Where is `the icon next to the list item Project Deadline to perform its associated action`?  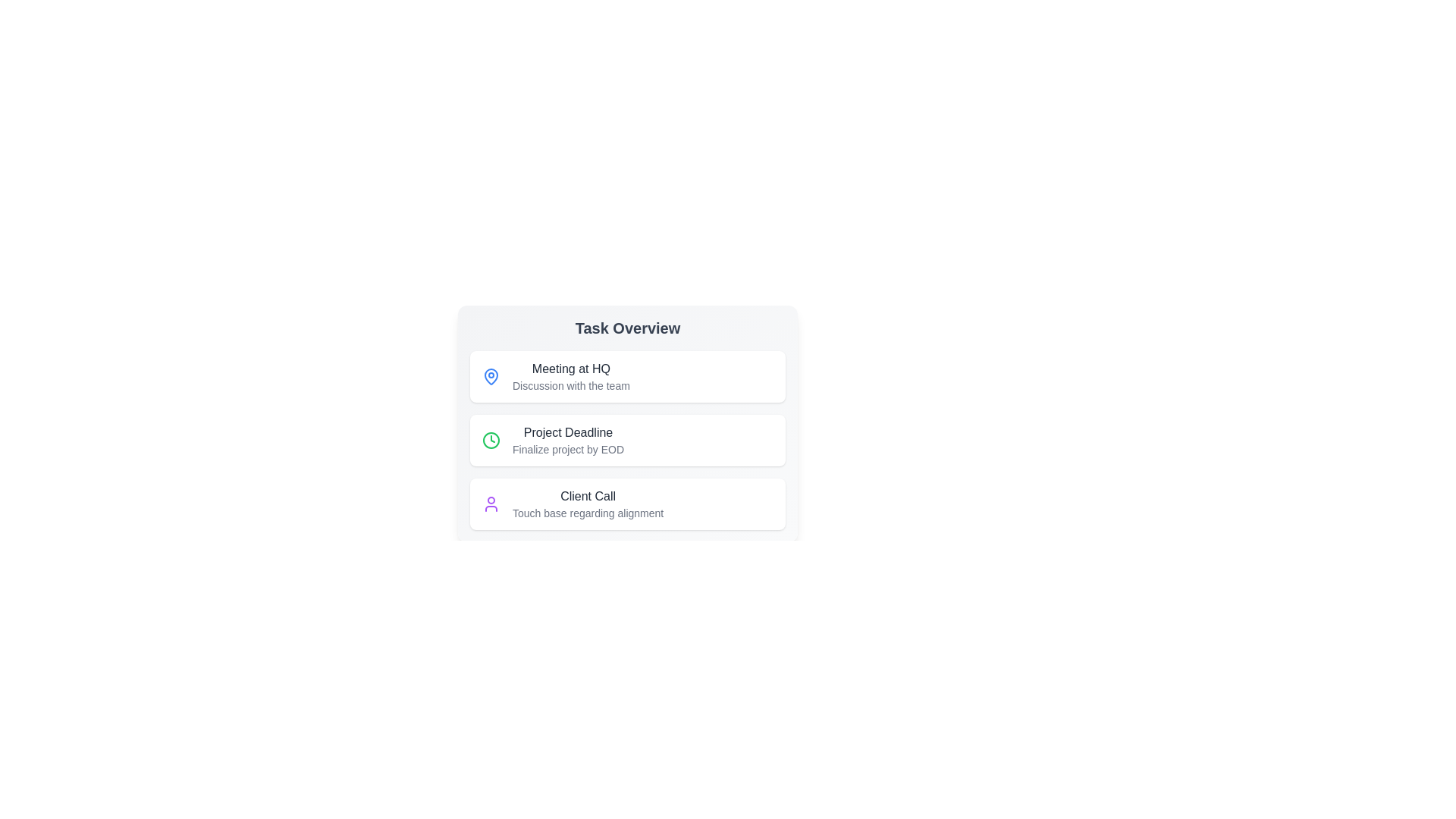 the icon next to the list item Project Deadline to perform its associated action is located at coordinates (491, 441).